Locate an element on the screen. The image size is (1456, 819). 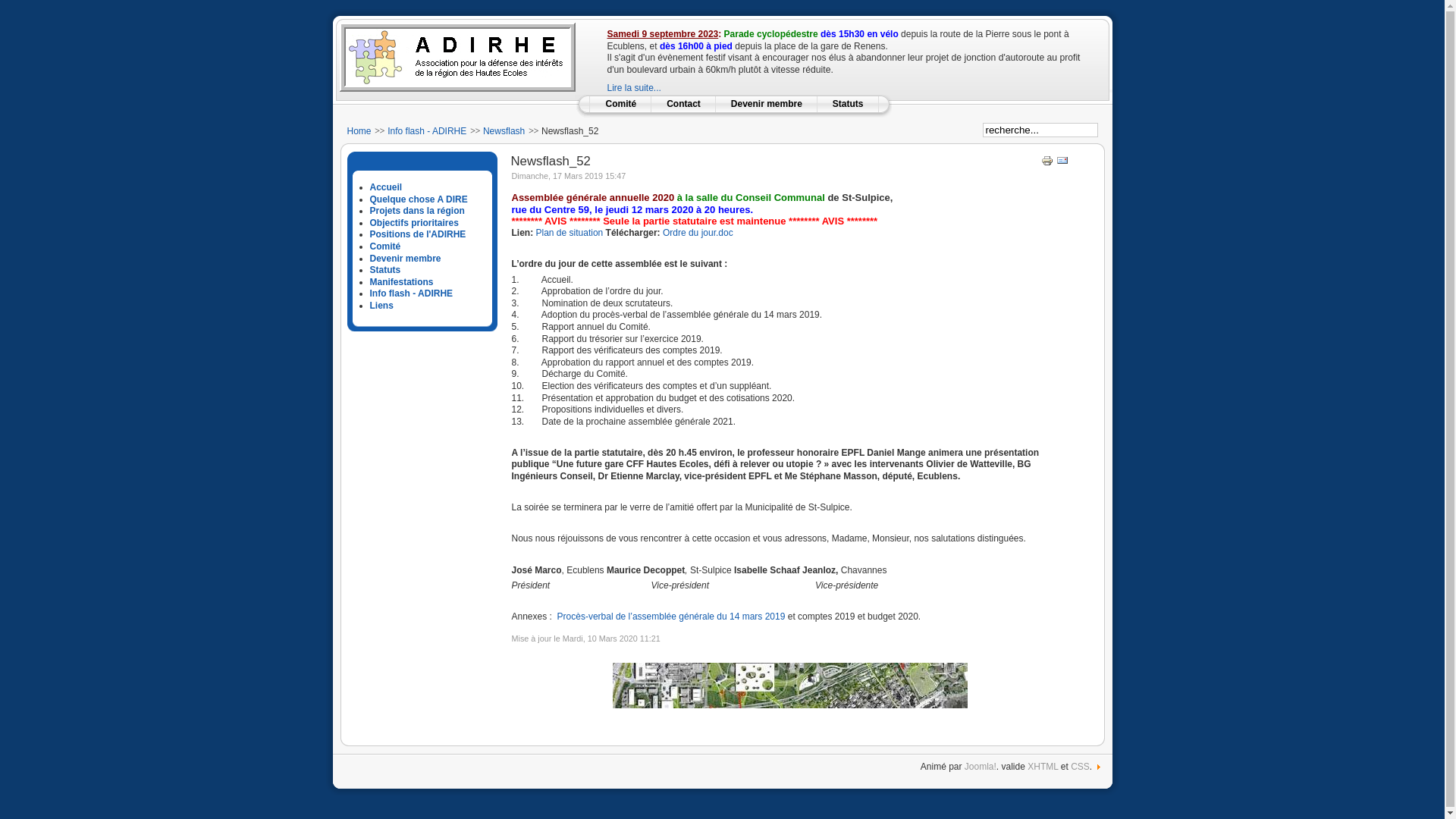
'Lire la suite...' is located at coordinates (633, 87).